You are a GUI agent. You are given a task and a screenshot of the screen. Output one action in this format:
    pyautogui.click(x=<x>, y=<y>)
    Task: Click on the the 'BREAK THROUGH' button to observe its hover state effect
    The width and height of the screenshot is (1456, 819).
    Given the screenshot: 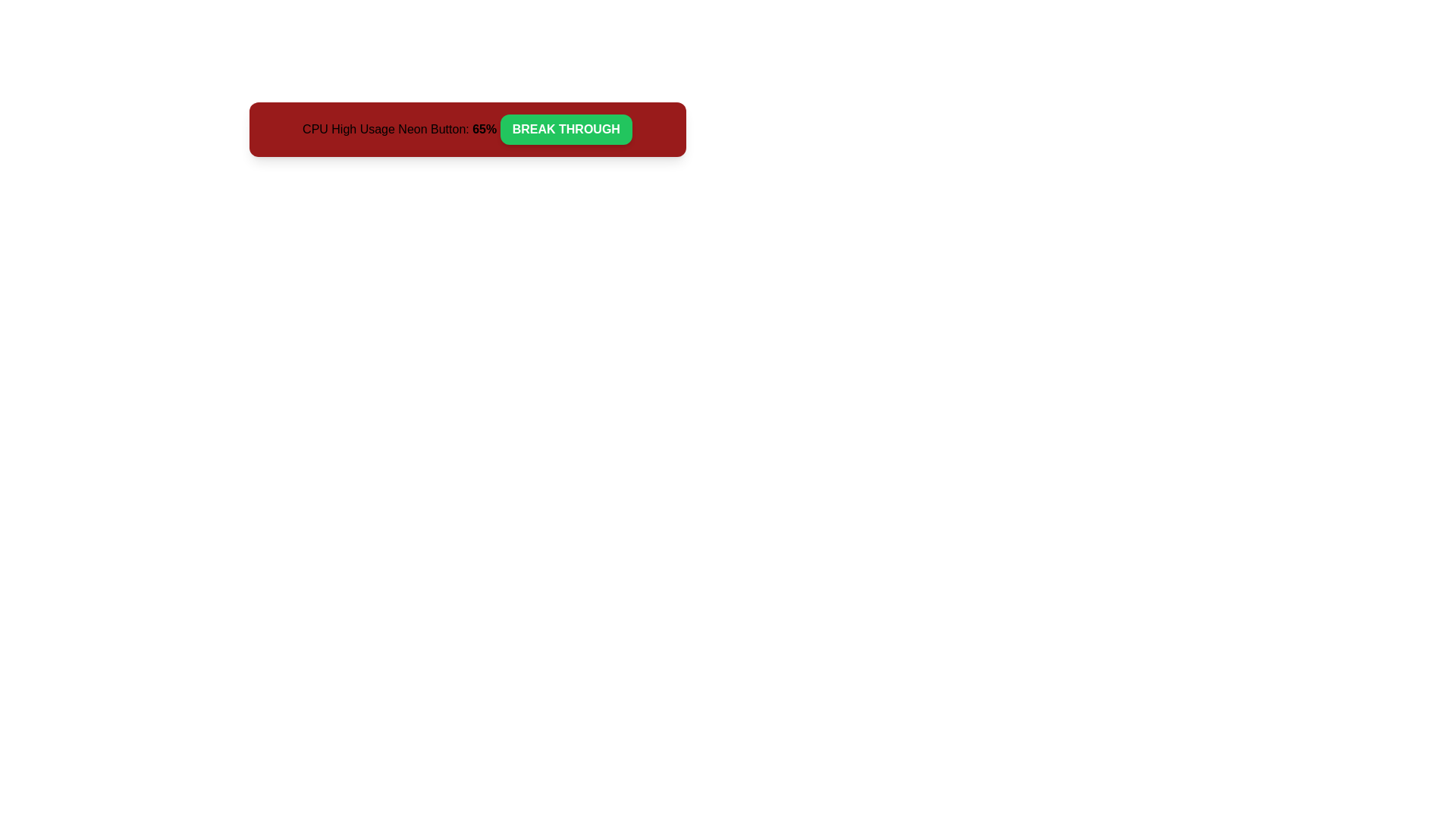 What is the action you would take?
    pyautogui.click(x=565, y=128)
    